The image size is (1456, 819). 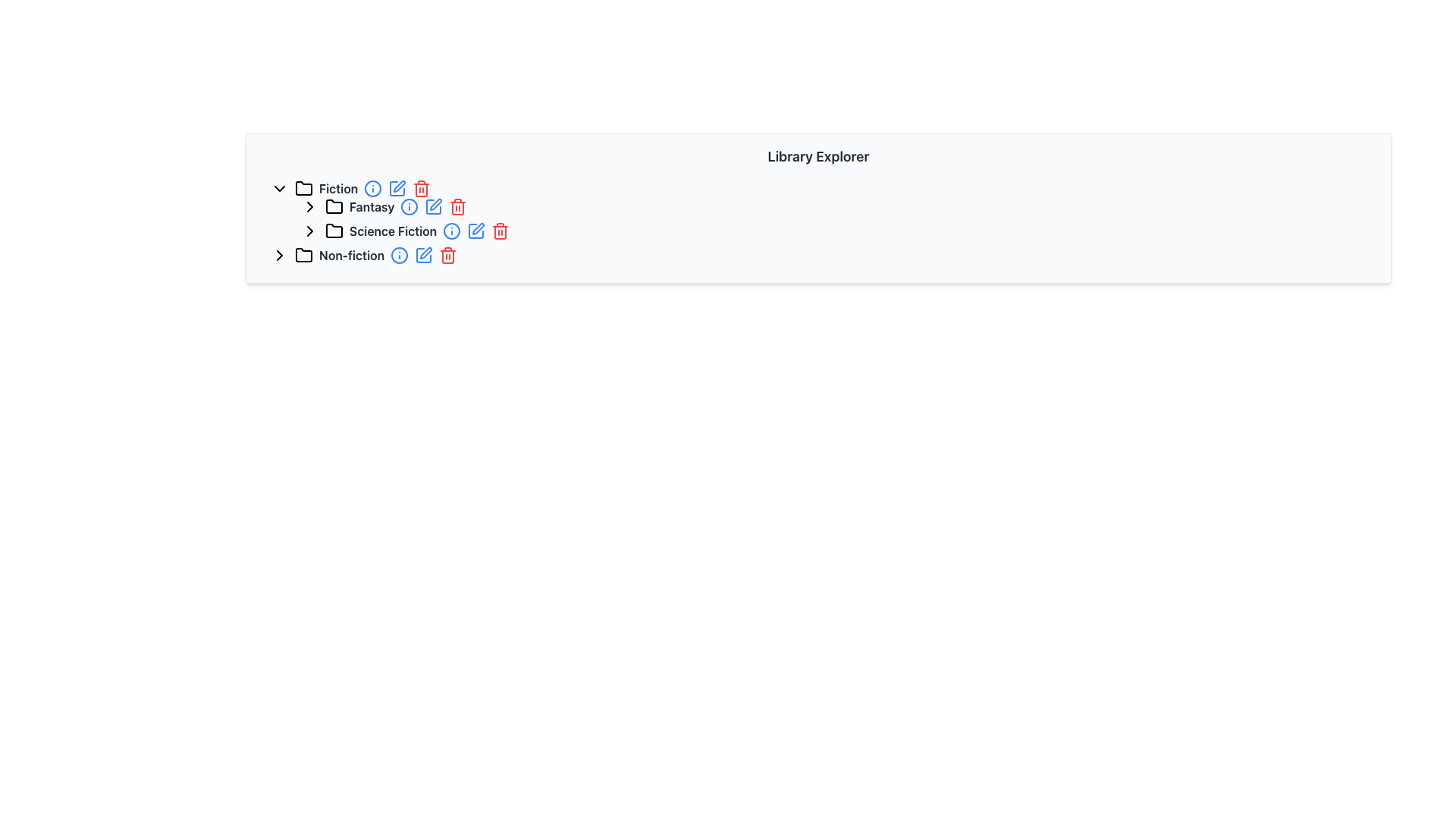 I want to click on the toggle arrow icon, so click(x=309, y=207).